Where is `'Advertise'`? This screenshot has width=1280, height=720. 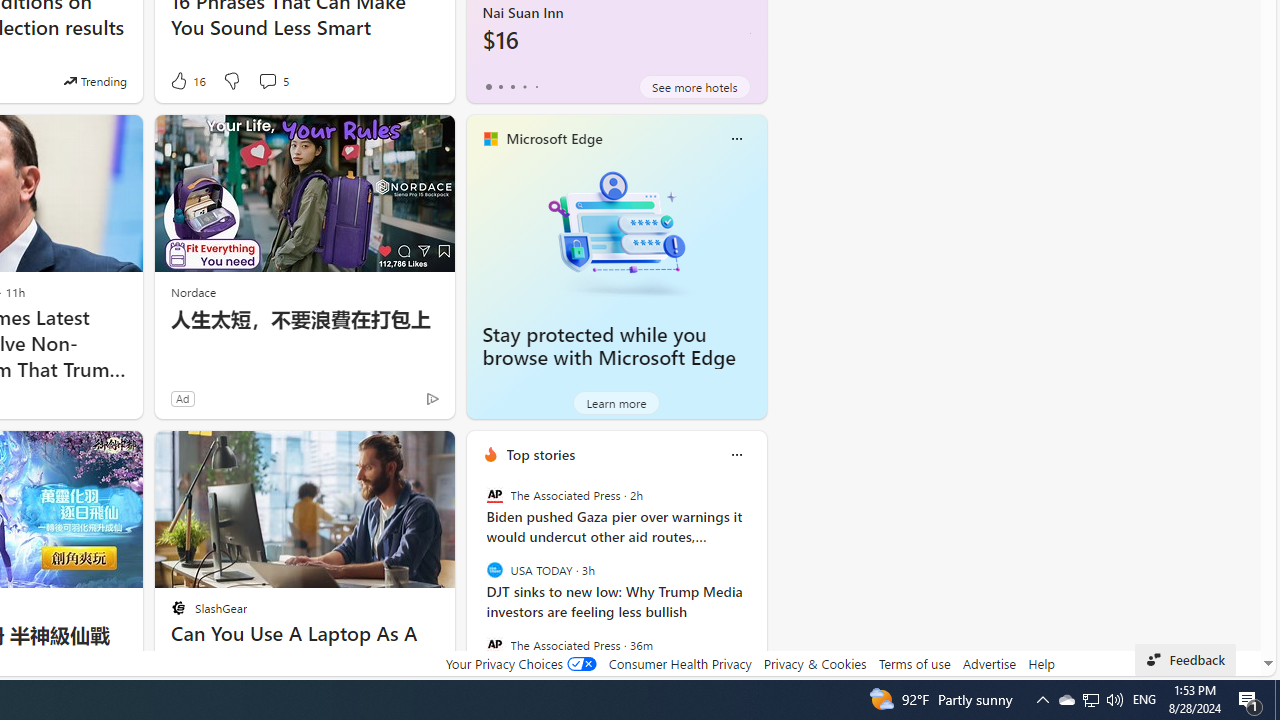 'Advertise' is located at coordinates (990, 663).